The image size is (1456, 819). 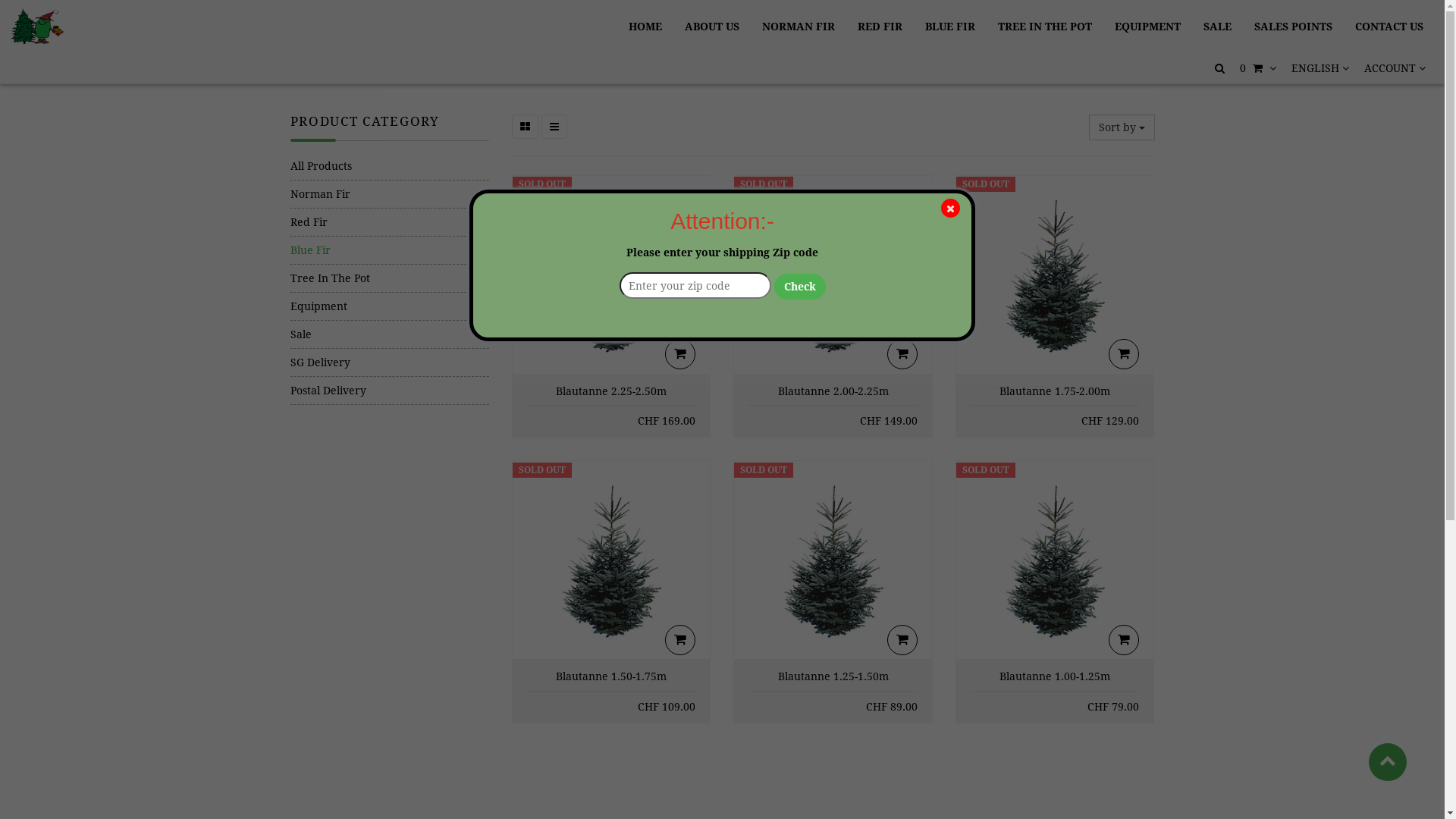 I want to click on 'Blautanne 1.25-1.50m', so click(x=833, y=675).